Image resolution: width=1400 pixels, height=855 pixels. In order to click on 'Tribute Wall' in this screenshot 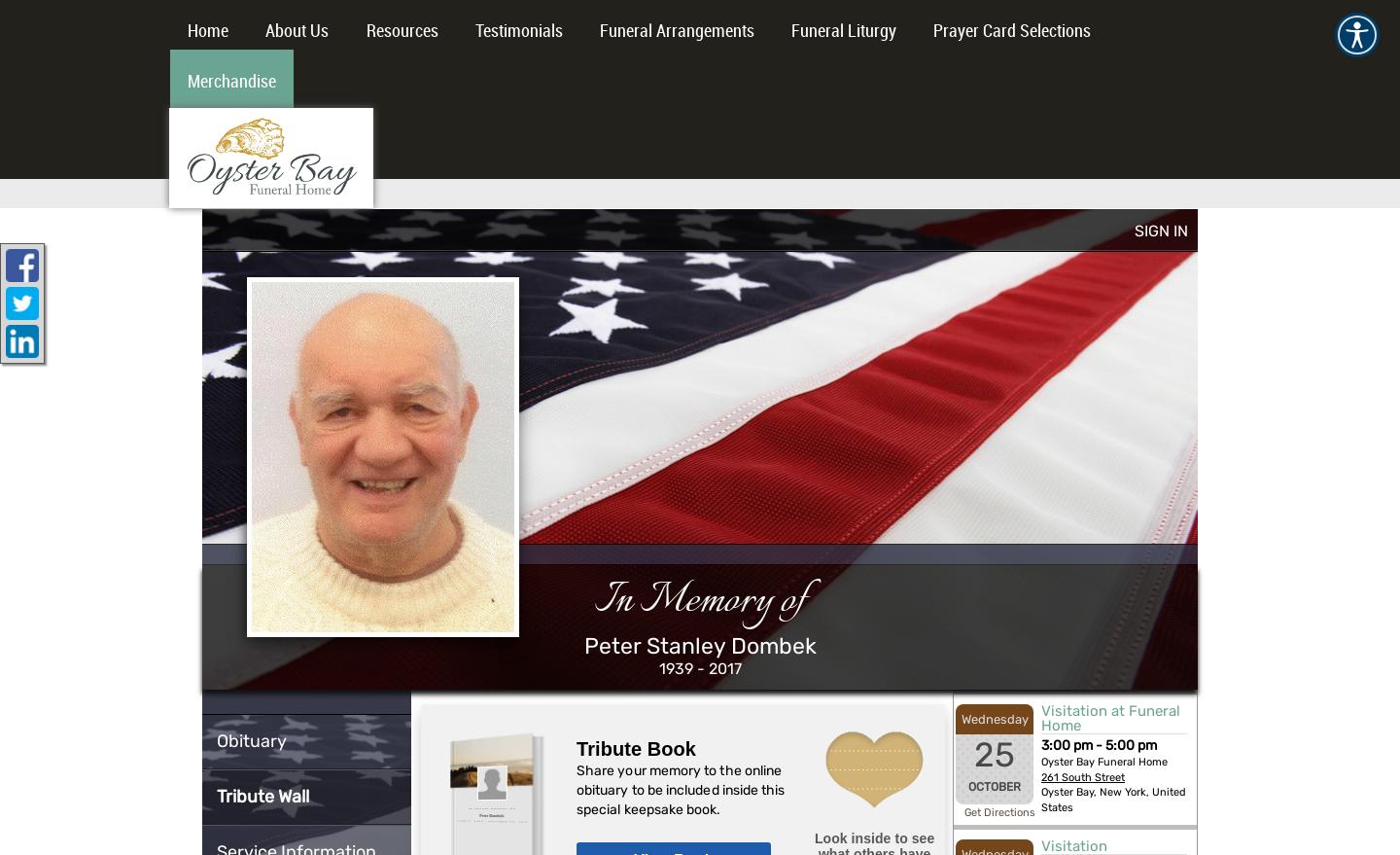, I will do `click(217, 794)`.